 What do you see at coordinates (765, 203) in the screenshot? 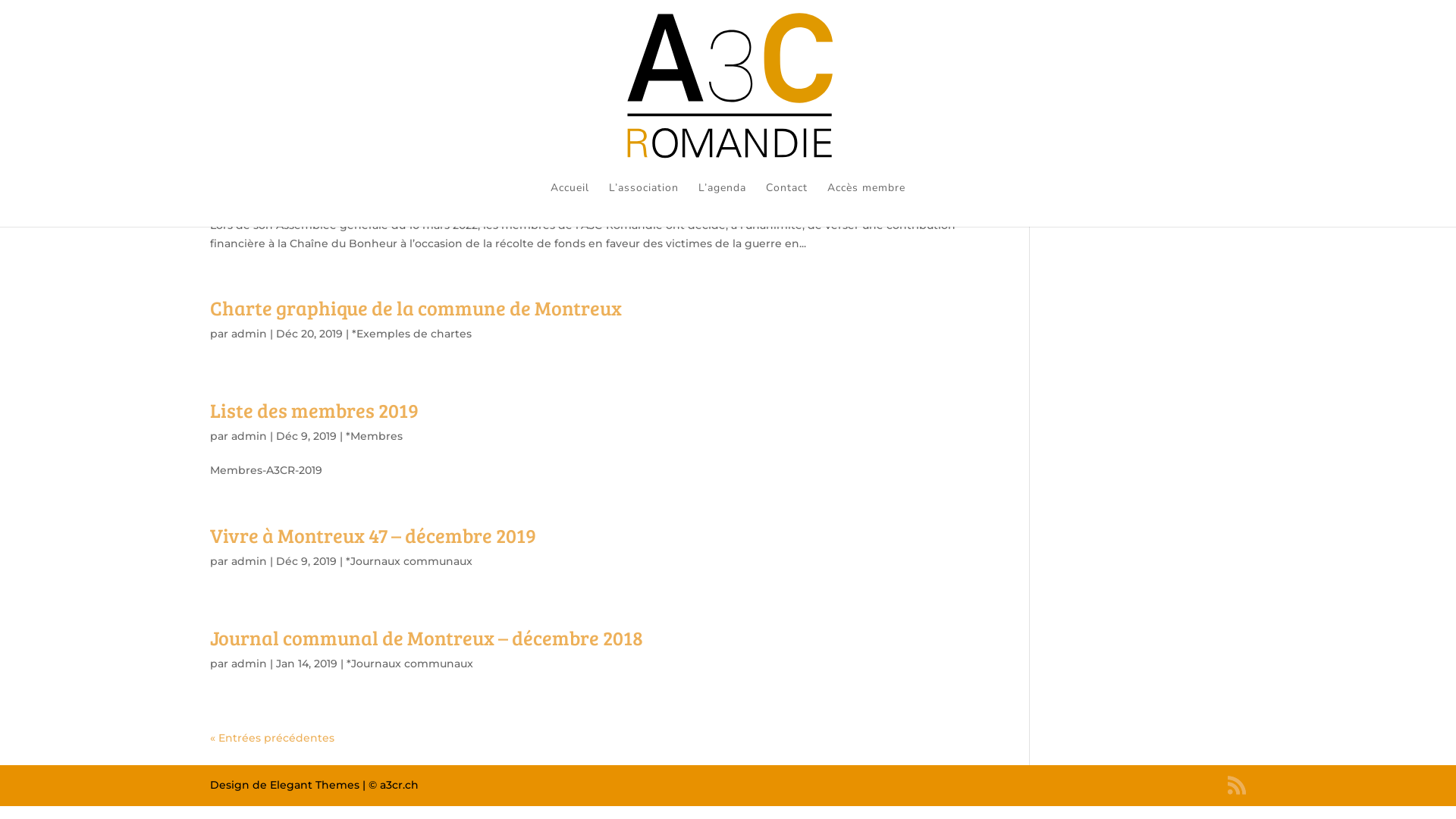
I see `'Contact'` at bounding box center [765, 203].